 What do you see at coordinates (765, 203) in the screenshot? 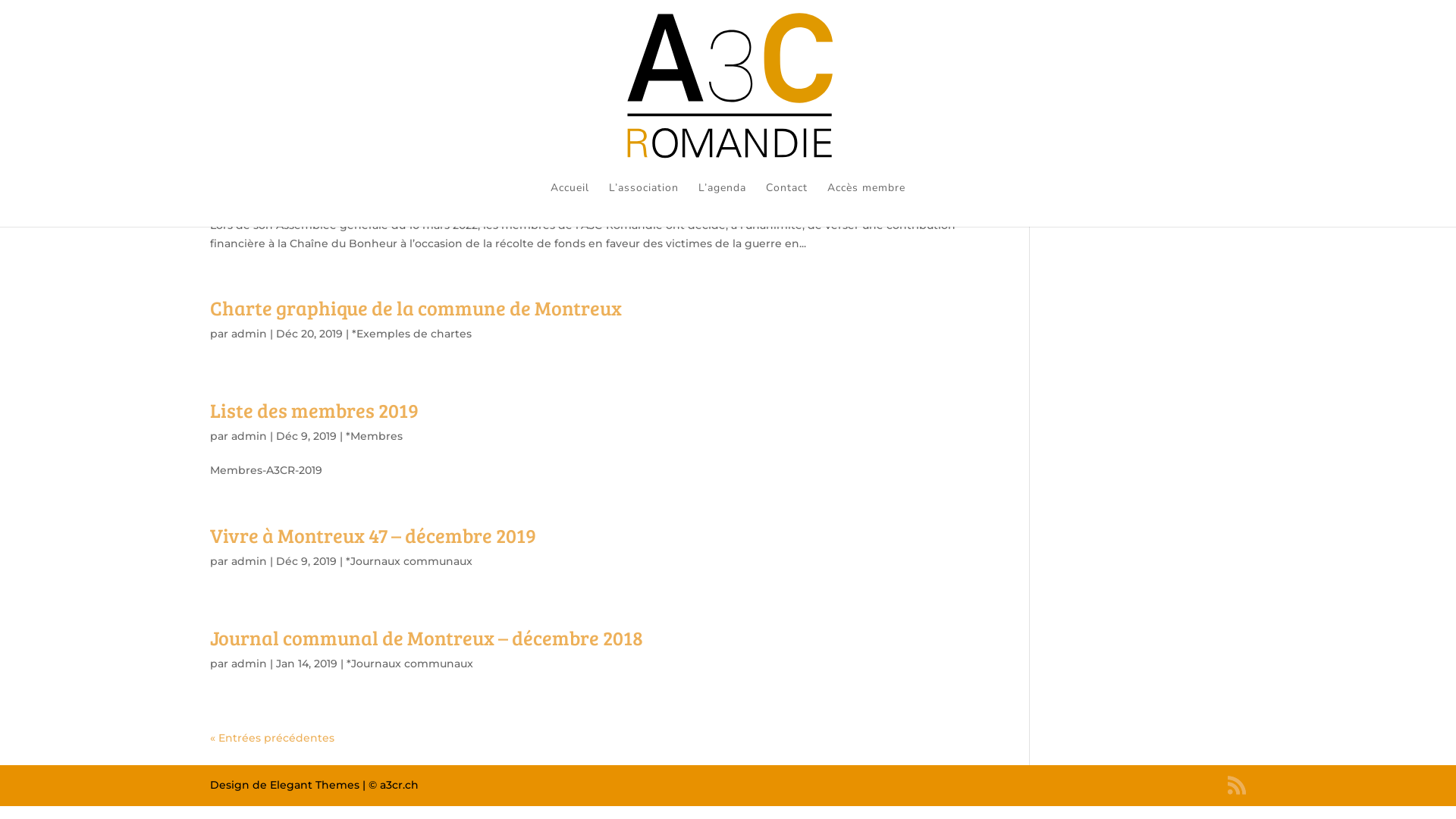
I see `'Contact'` at bounding box center [765, 203].